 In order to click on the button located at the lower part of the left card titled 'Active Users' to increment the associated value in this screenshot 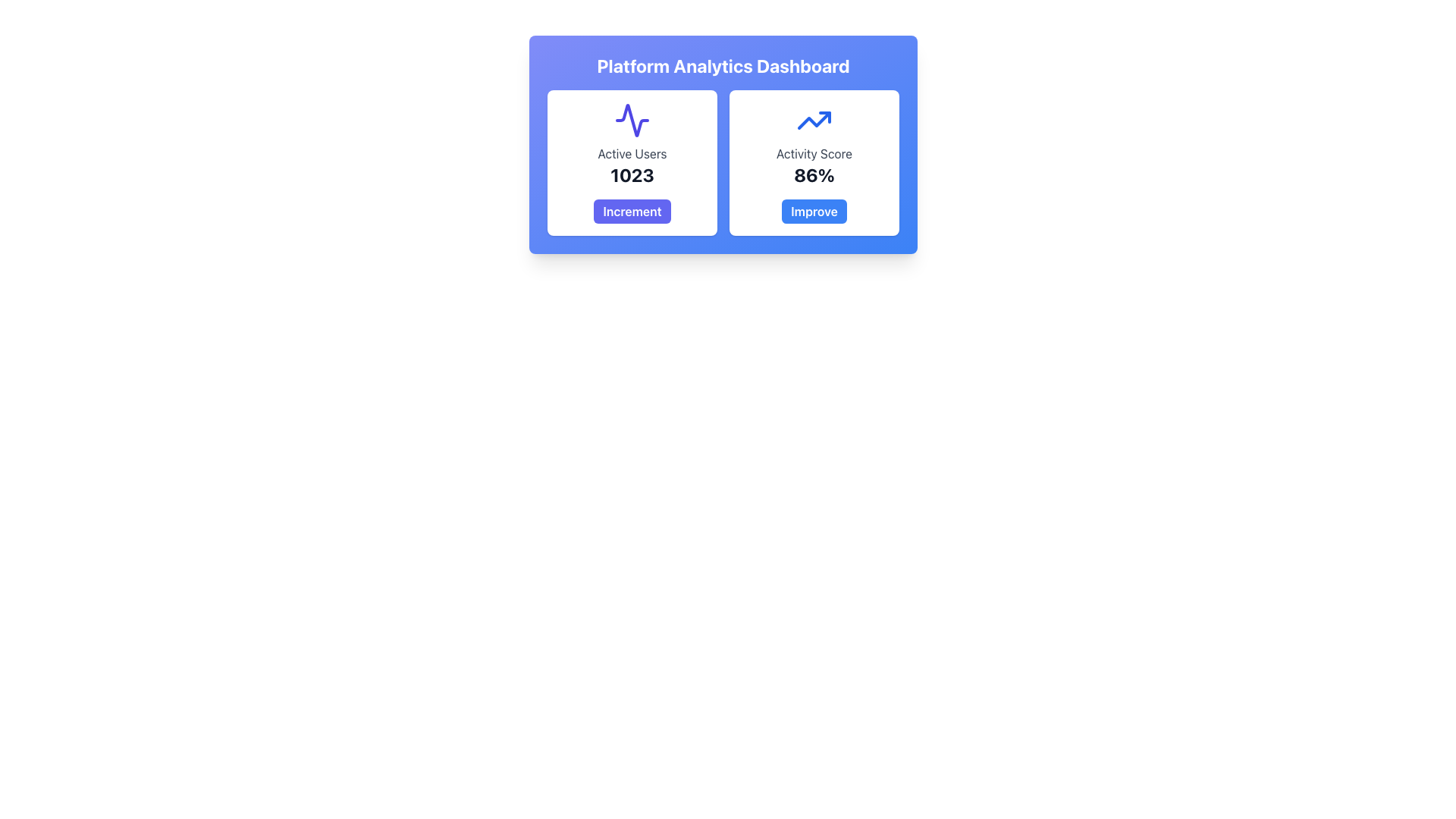, I will do `click(632, 211)`.